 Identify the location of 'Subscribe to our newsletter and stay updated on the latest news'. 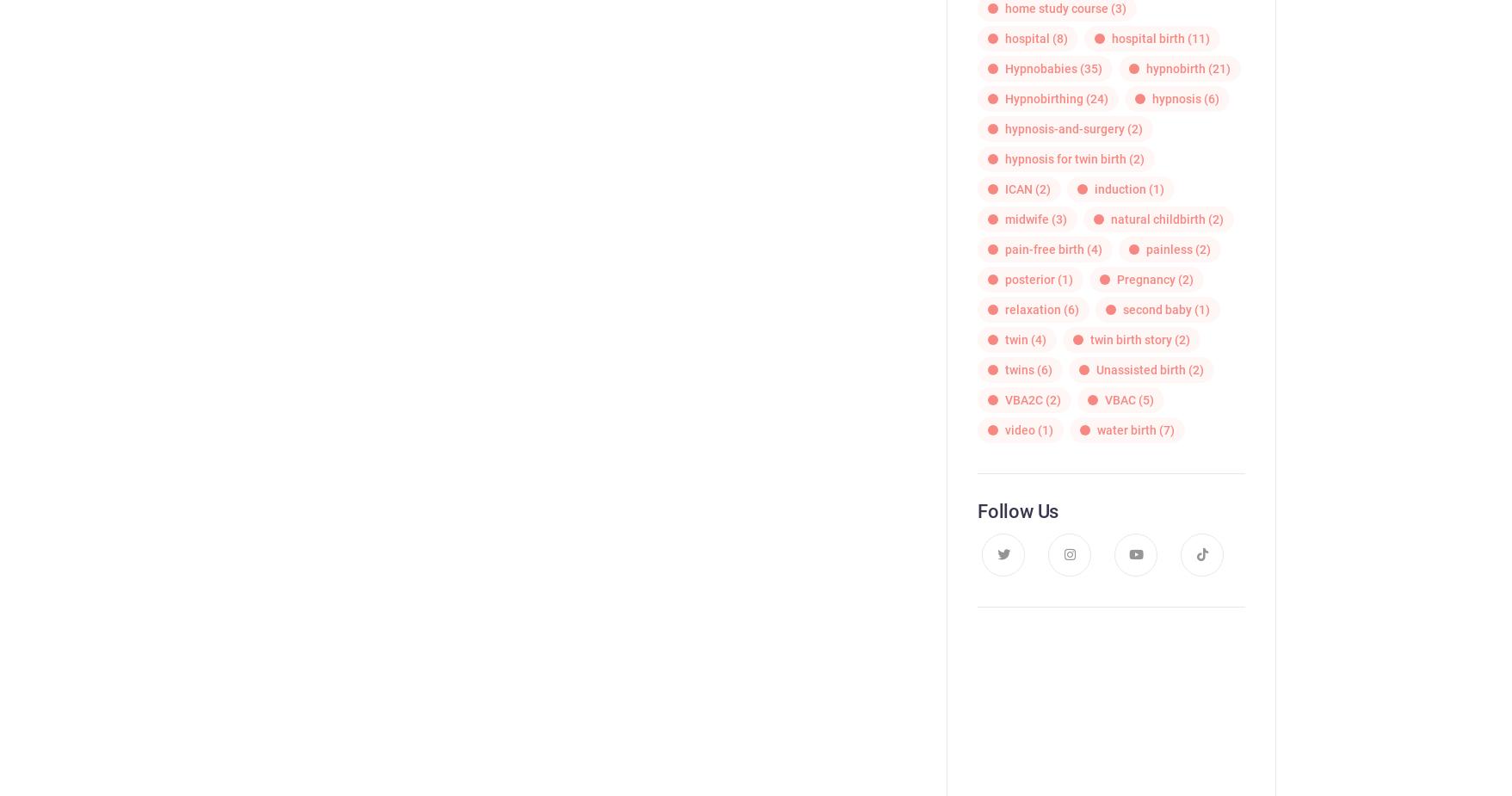
(1111, 755).